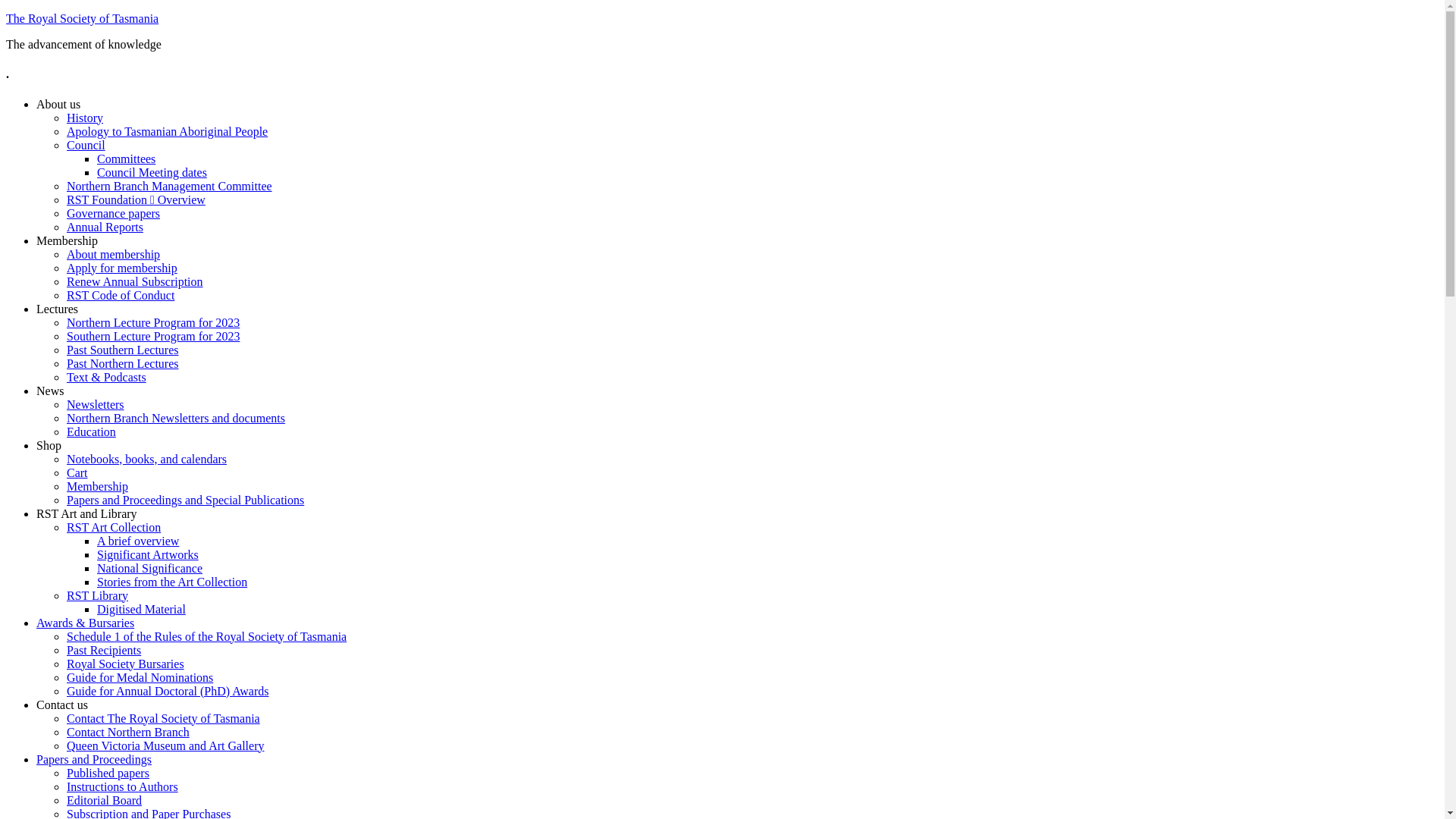 The height and width of the screenshot is (819, 1456). Describe the element at coordinates (65, 130) in the screenshot. I see `'Apology to Tasmanian Aboriginal People'` at that location.